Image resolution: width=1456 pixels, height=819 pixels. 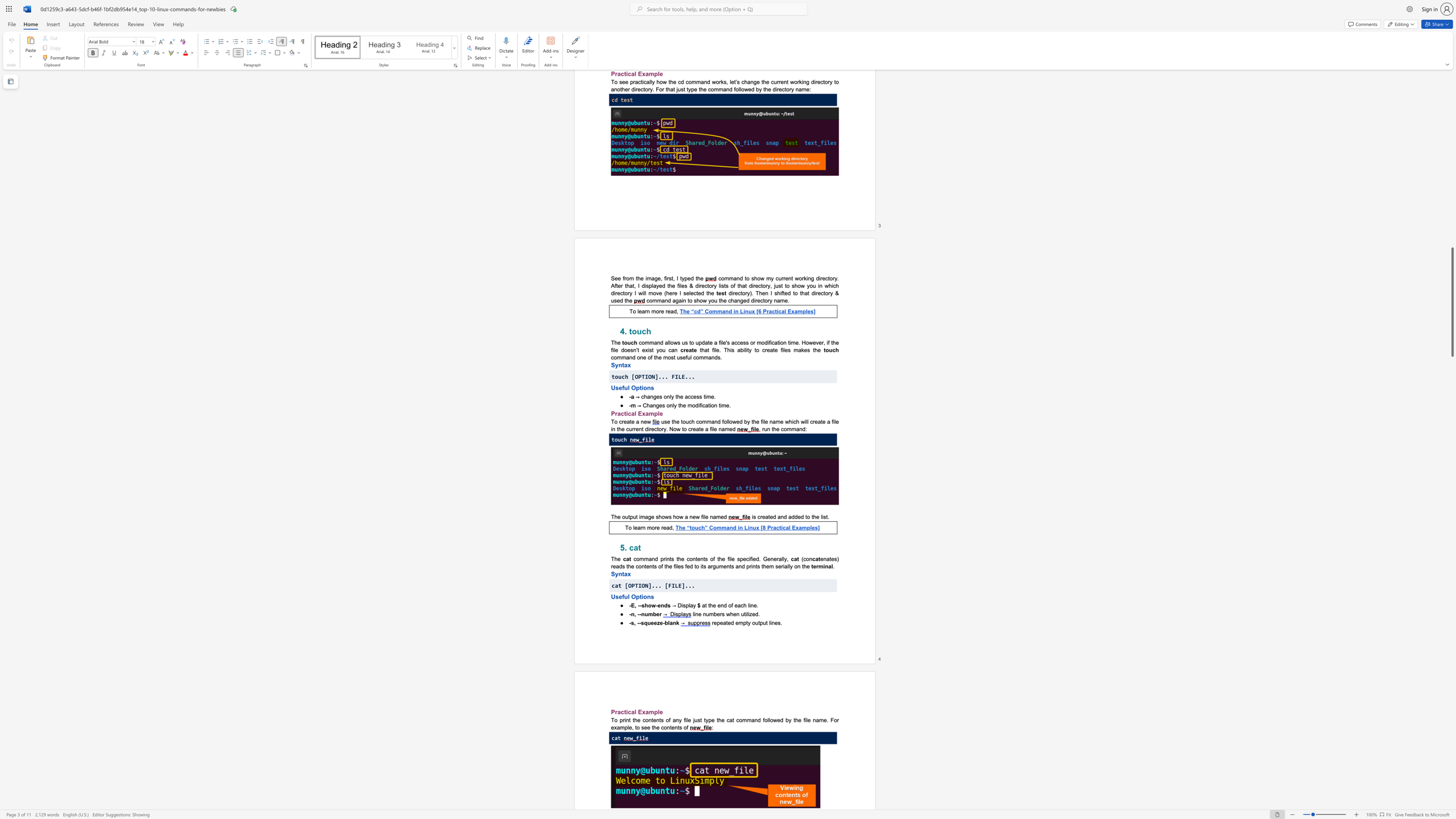 What do you see at coordinates (771, 566) in the screenshot?
I see `the 2th character "m" in the text` at bounding box center [771, 566].